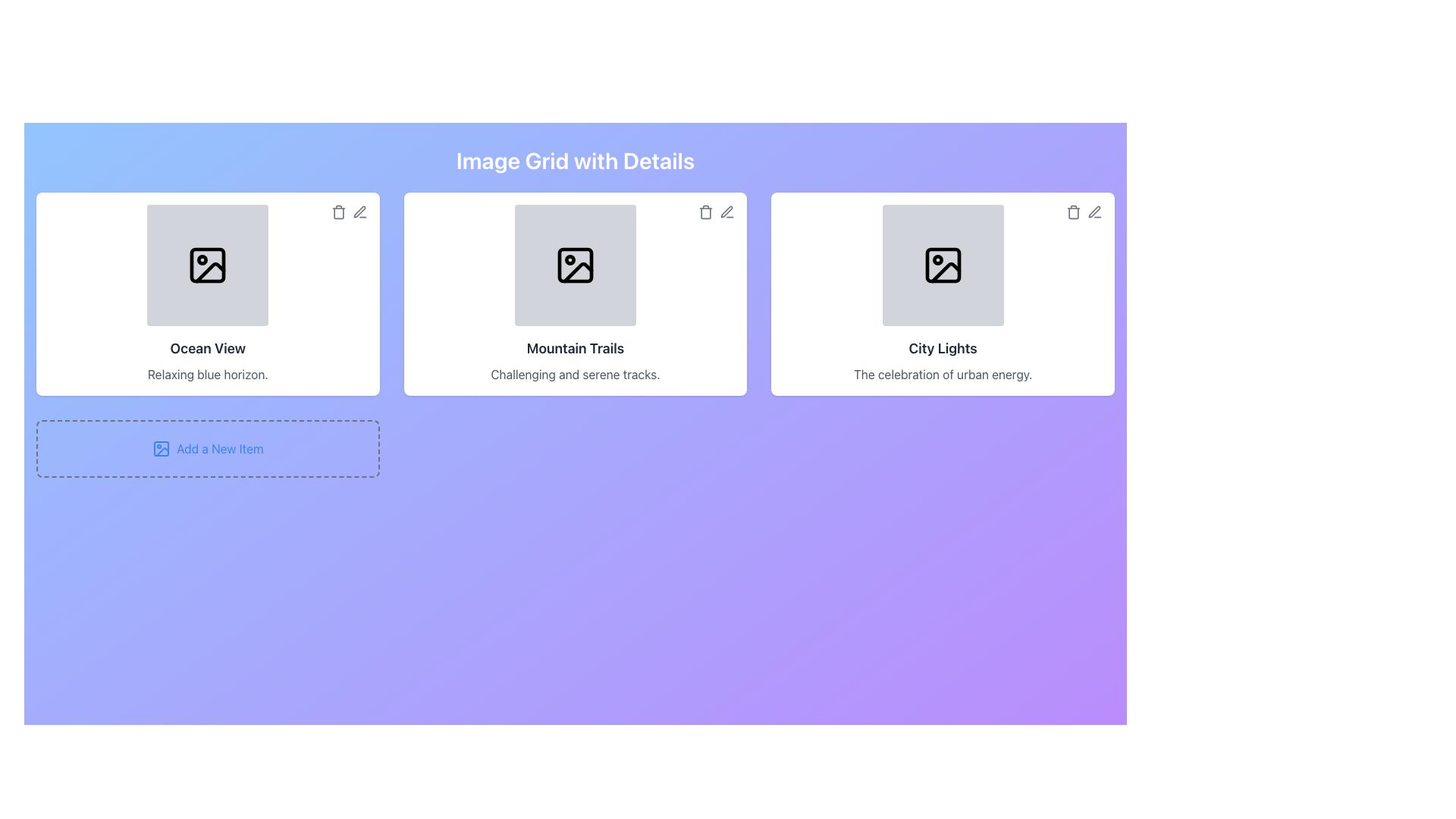  What do you see at coordinates (726, 212) in the screenshot?
I see `the 'Edit' icon represented by a pen or pencil in the top right corner of the 'Mountain Trails' card` at bounding box center [726, 212].